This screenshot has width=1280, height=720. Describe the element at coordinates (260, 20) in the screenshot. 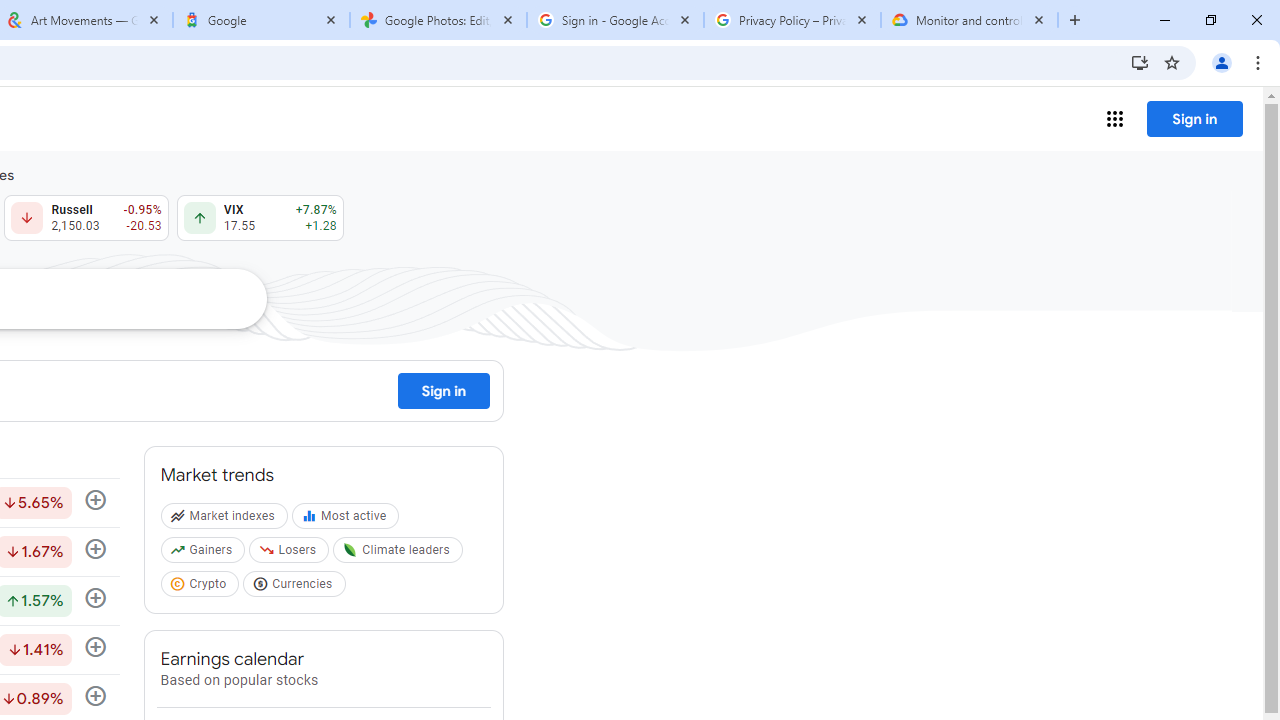

I see `'Google'` at that location.